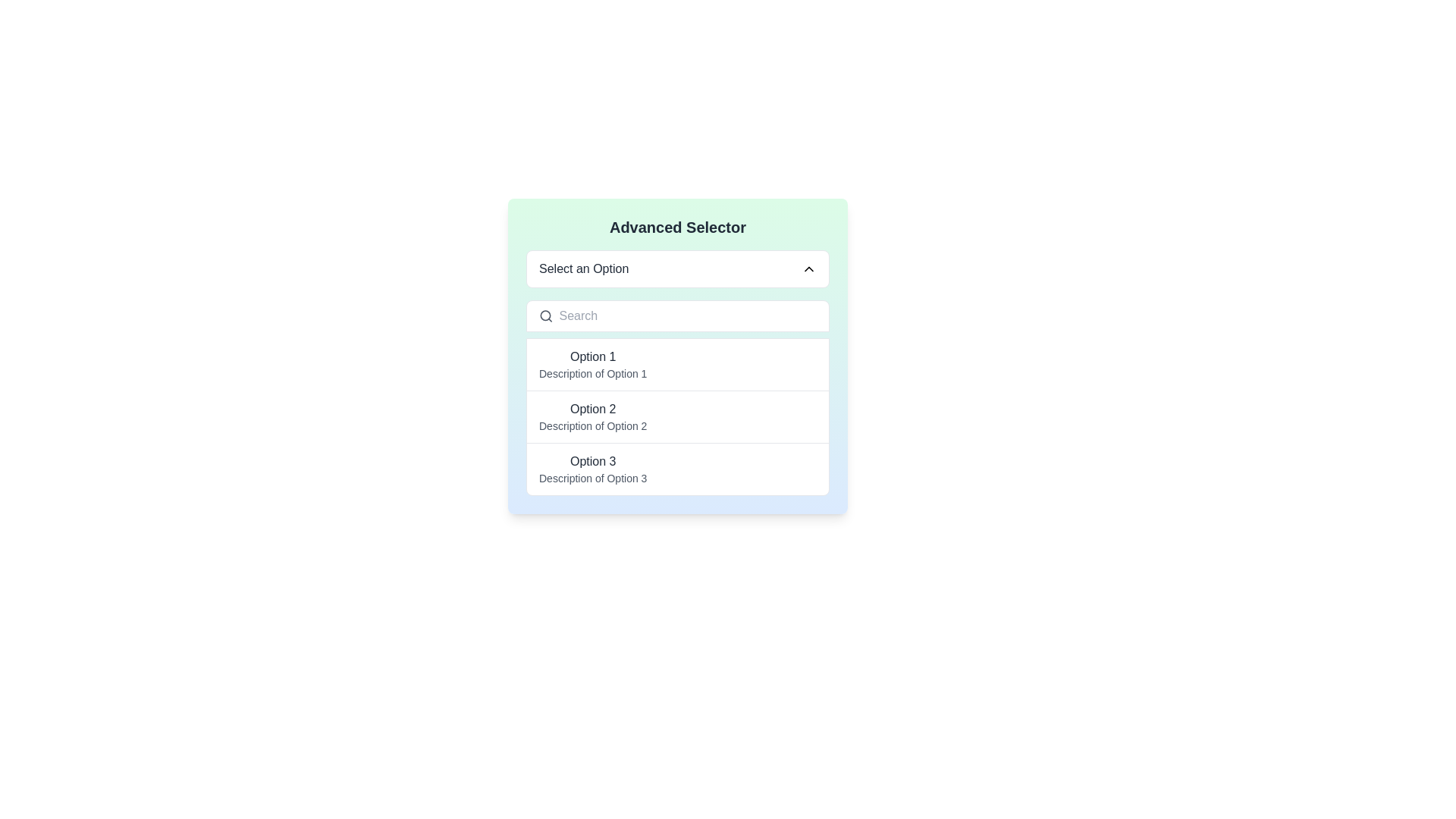 The image size is (1456, 819). Describe the element at coordinates (676, 356) in the screenshot. I see `an option in the dropdown menu labeled 'Select an Option' within the 'Advanced Selector' dropdown that contains a search input field and options list` at that location.